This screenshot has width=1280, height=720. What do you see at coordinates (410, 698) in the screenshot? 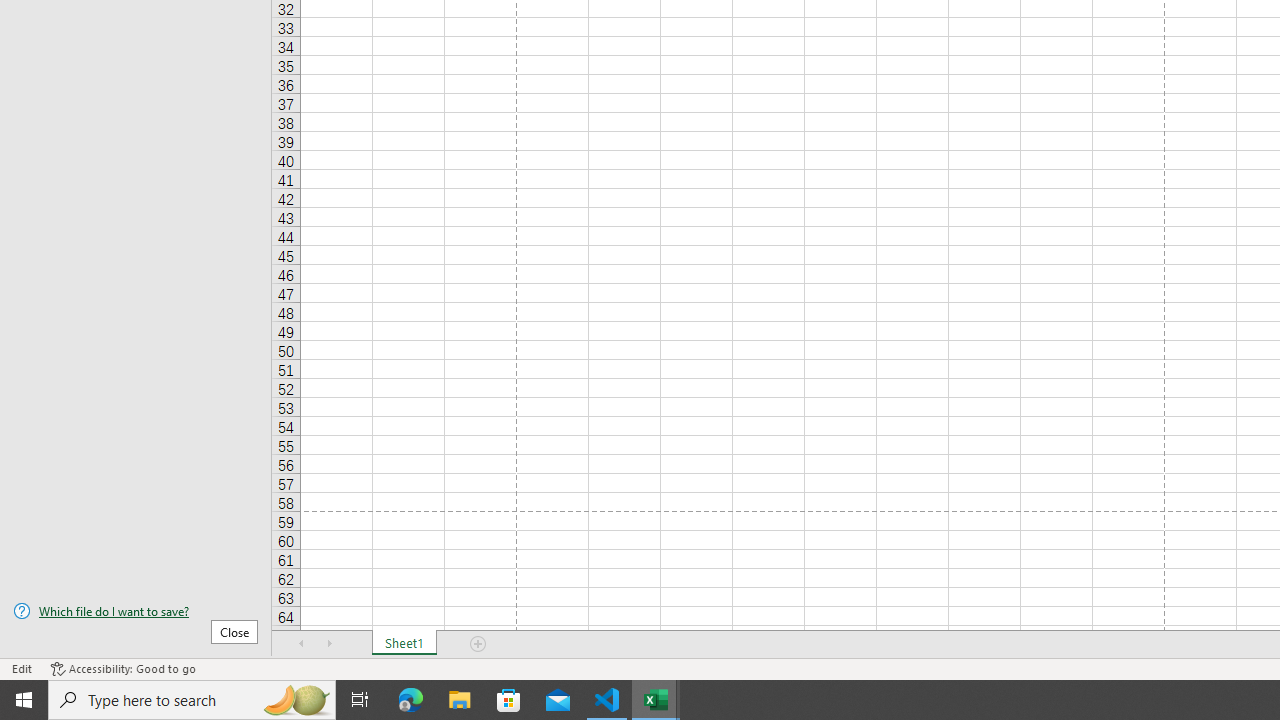
I see `'Microsoft Edge'` at bounding box center [410, 698].